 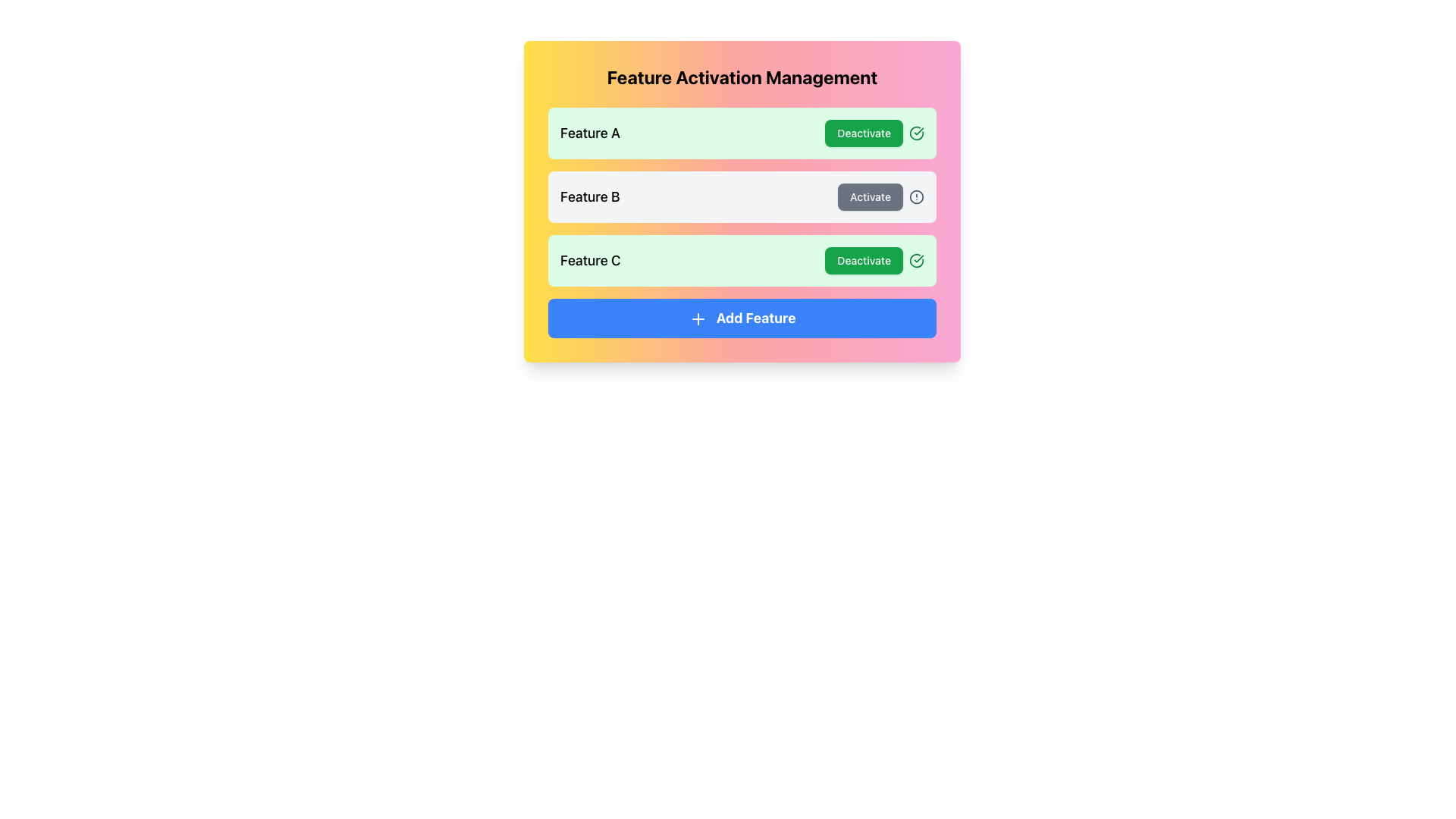 I want to click on the button that facilitates the addition of a new feature, so click(x=742, y=318).